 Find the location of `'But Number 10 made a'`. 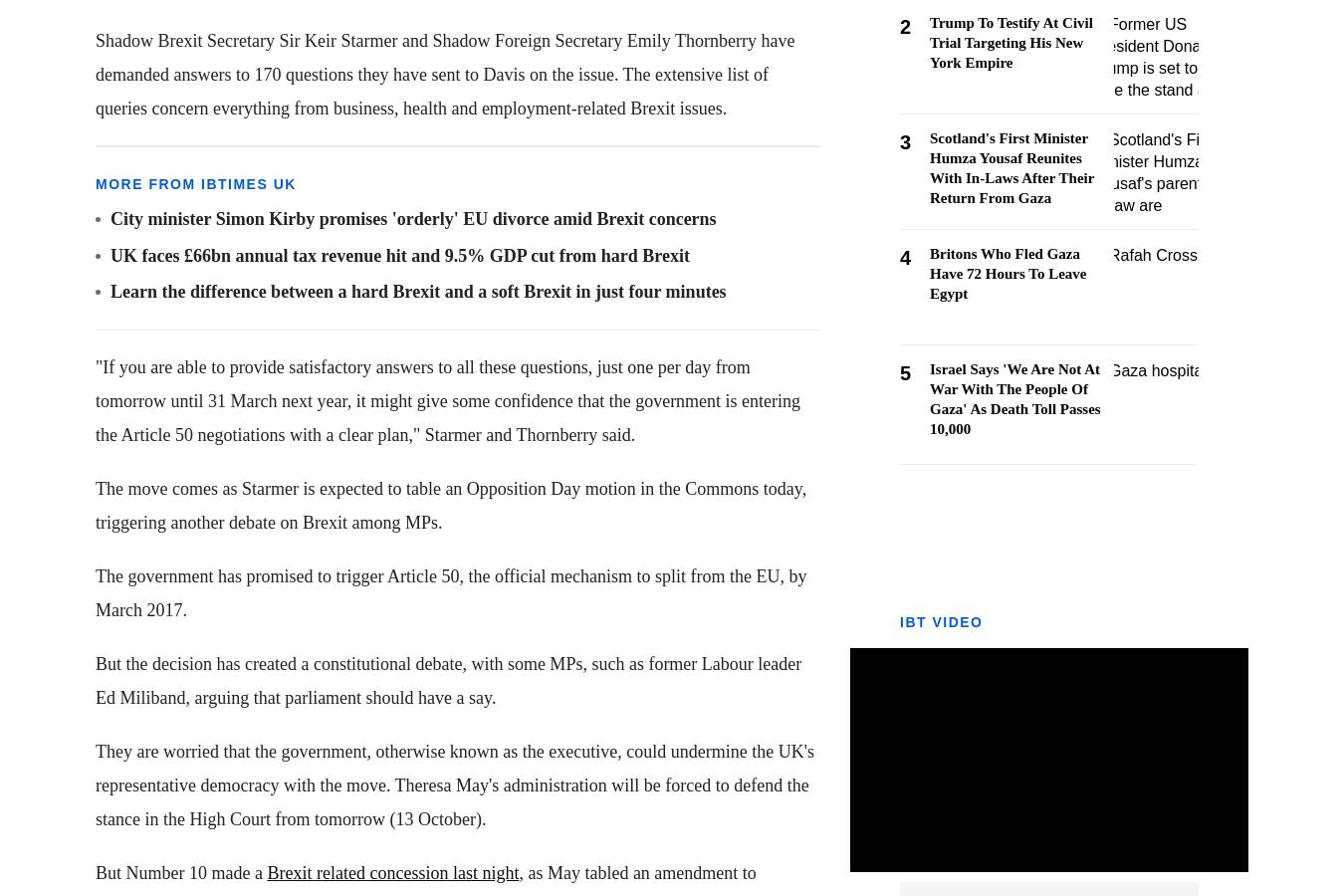

'But Number 10 made a' is located at coordinates (94, 872).